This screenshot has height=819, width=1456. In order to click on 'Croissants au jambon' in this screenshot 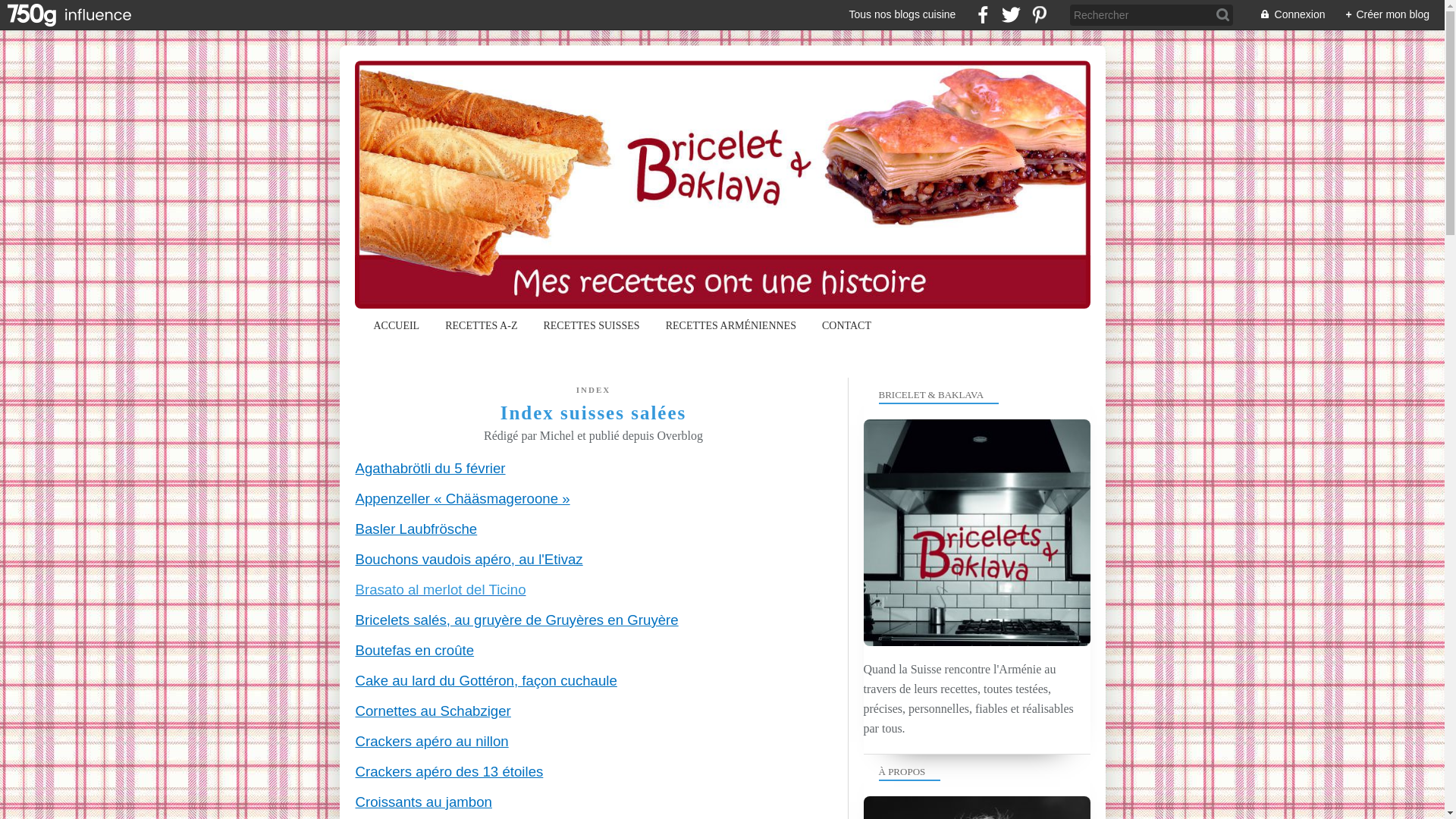, I will do `click(422, 801)`.